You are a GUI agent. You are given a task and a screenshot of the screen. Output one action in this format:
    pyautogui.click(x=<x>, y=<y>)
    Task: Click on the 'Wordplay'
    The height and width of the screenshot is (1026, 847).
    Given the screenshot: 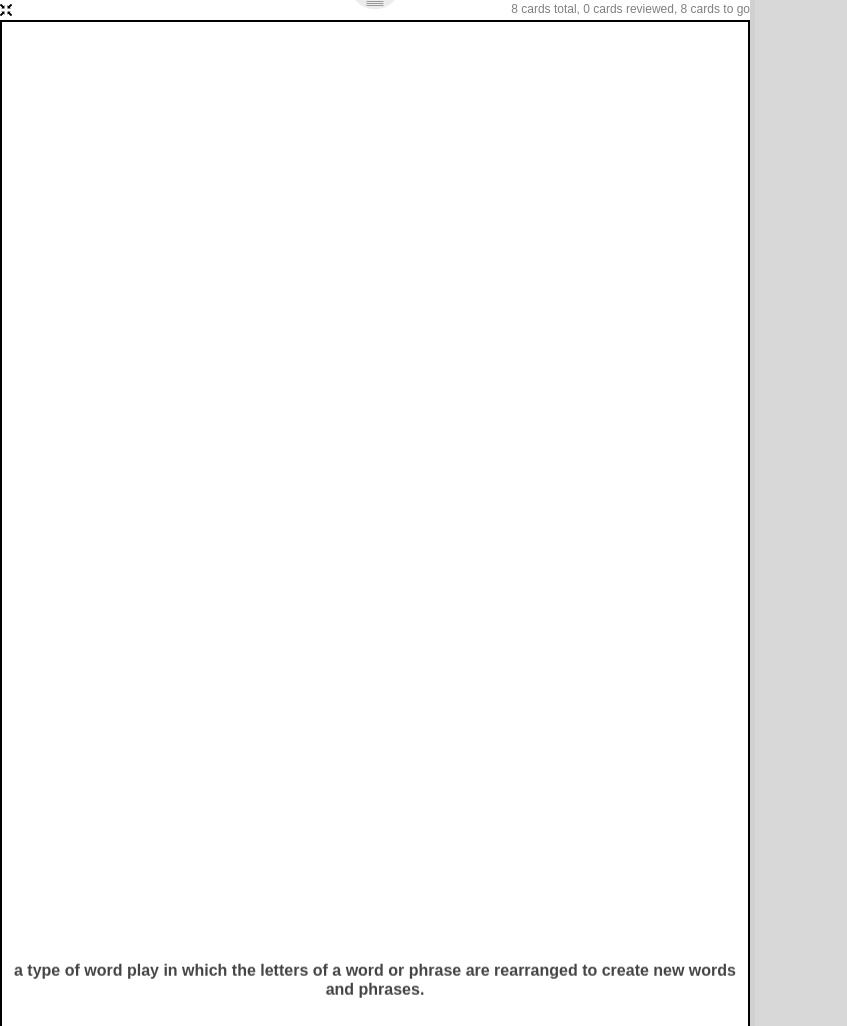 What is the action you would take?
    pyautogui.click(x=102, y=256)
    